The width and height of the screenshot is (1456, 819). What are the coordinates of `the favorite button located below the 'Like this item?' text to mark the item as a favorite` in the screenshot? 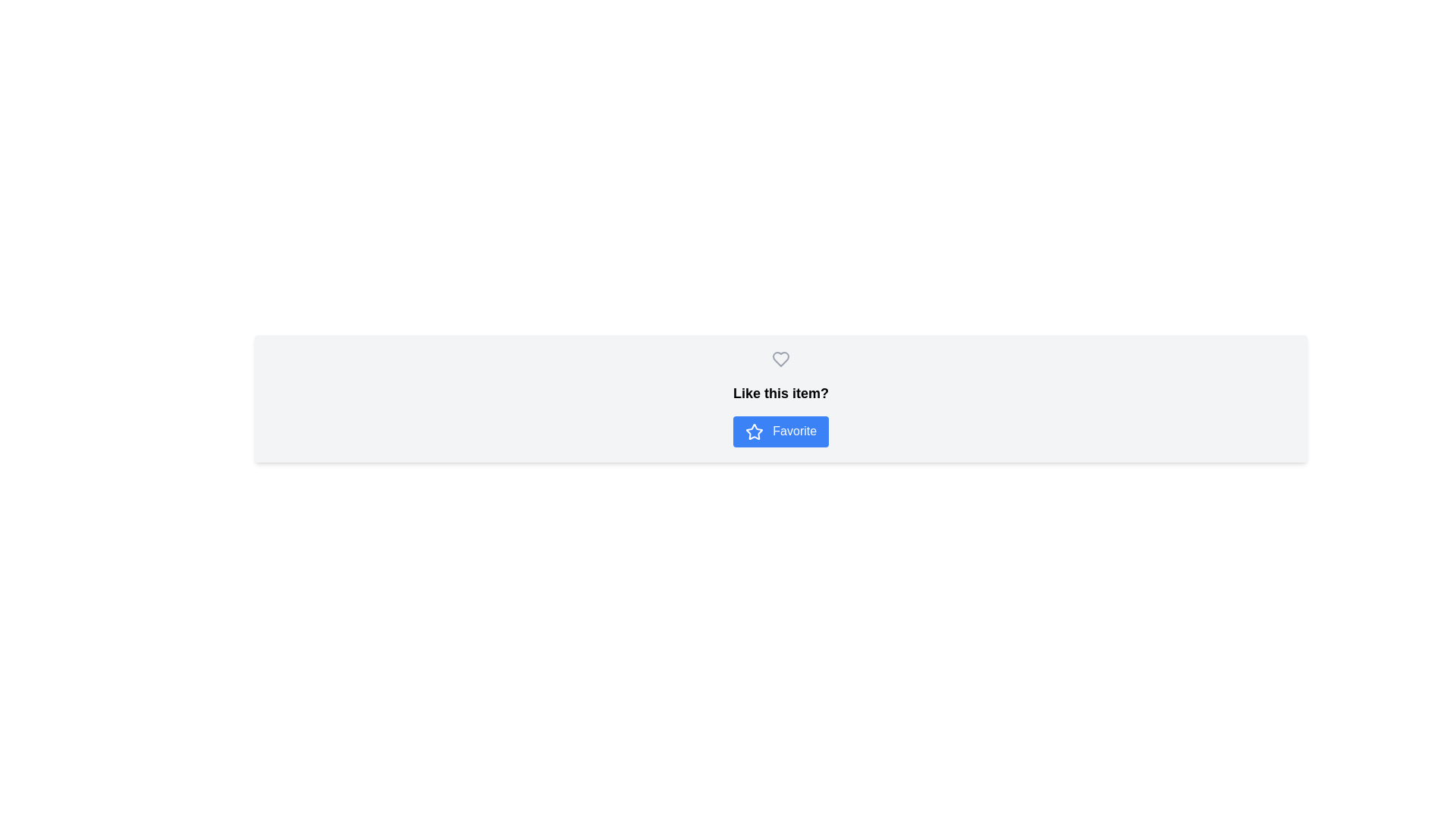 It's located at (781, 431).